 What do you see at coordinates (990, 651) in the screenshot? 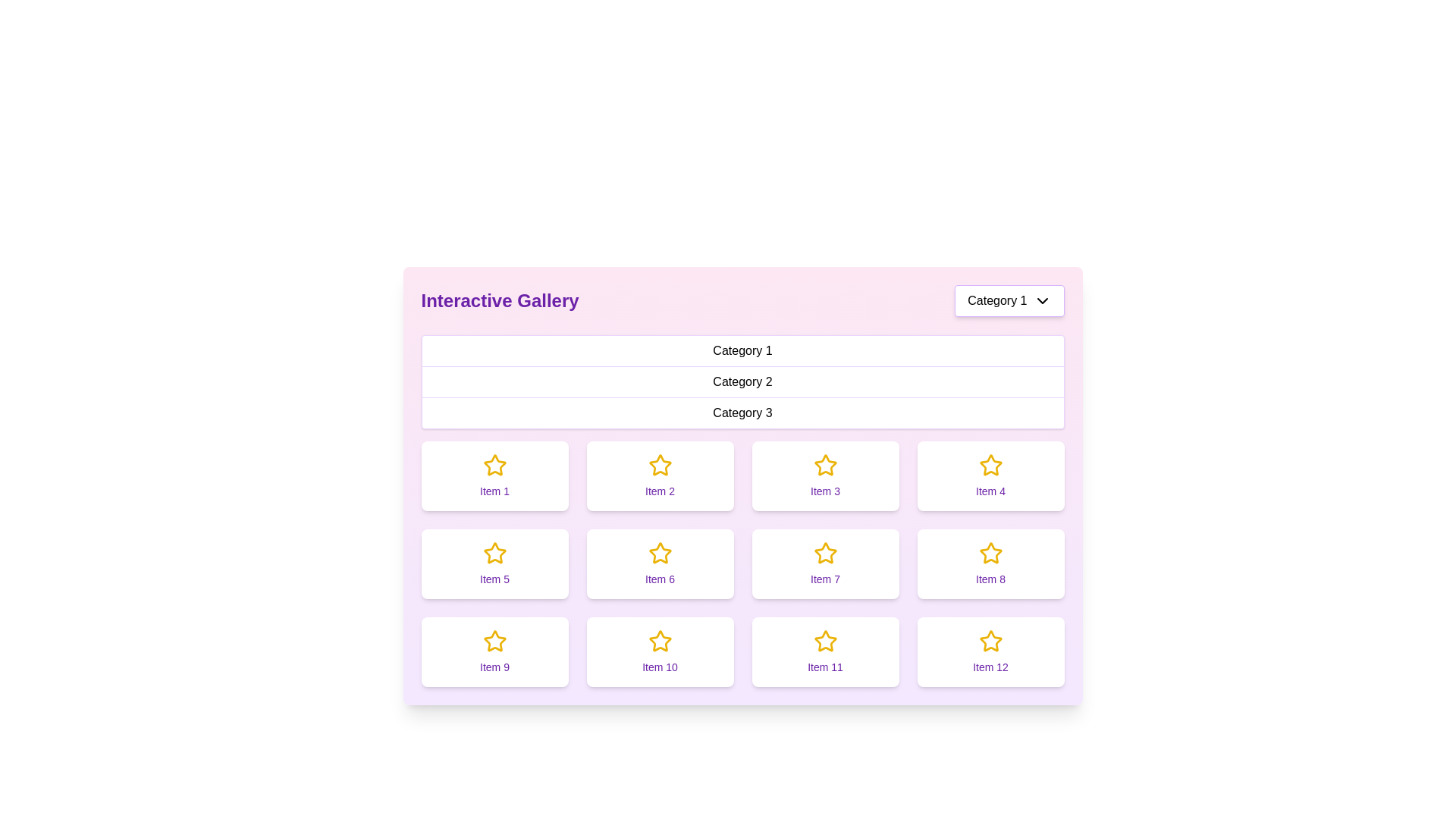
I see `the display card component that contains a yellow outlined star icon above the text 'Item 12' in purple font, located in the 4th column of the 3rd row of a grid layout` at bounding box center [990, 651].